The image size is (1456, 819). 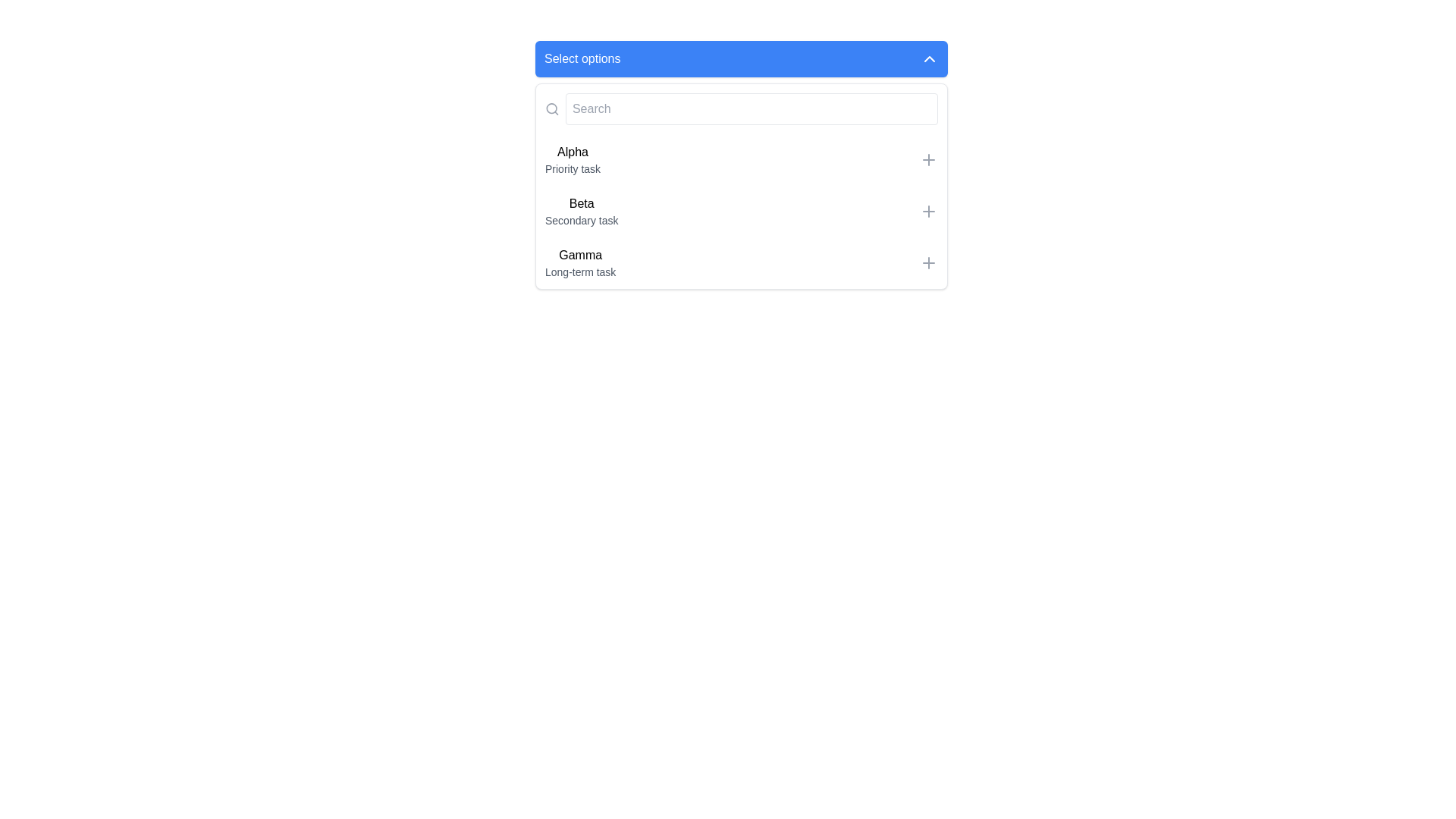 What do you see at coordinates (551, 108) in the screenshot?
I see `the magnifying glass icon, which represents search functionality and is located to the left of the text input box with the placeholder 'Search'` at bounding box center [551, 108].